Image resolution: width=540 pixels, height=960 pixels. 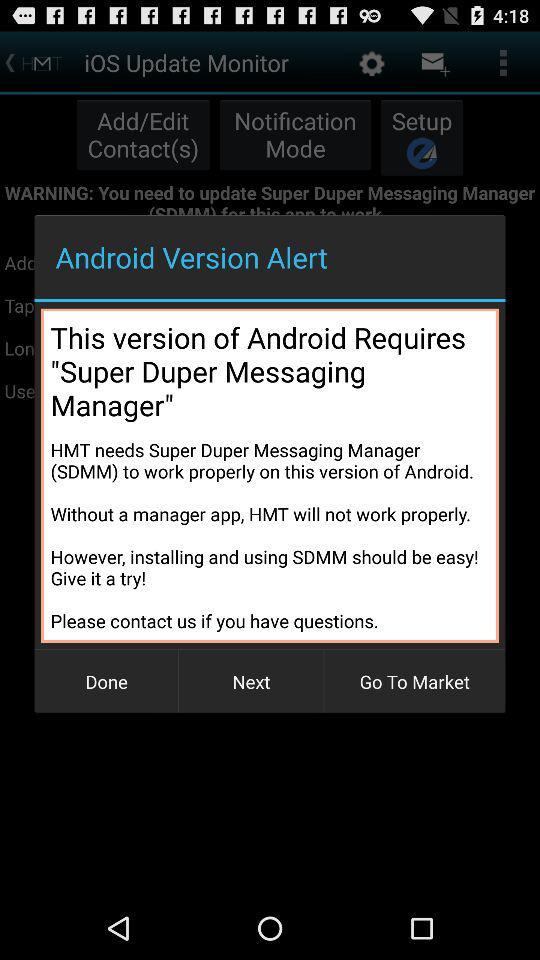 What do you see at coordinates (413, 681) in the screenshot?
I see `the go to market` at bounding box center [413, 681].